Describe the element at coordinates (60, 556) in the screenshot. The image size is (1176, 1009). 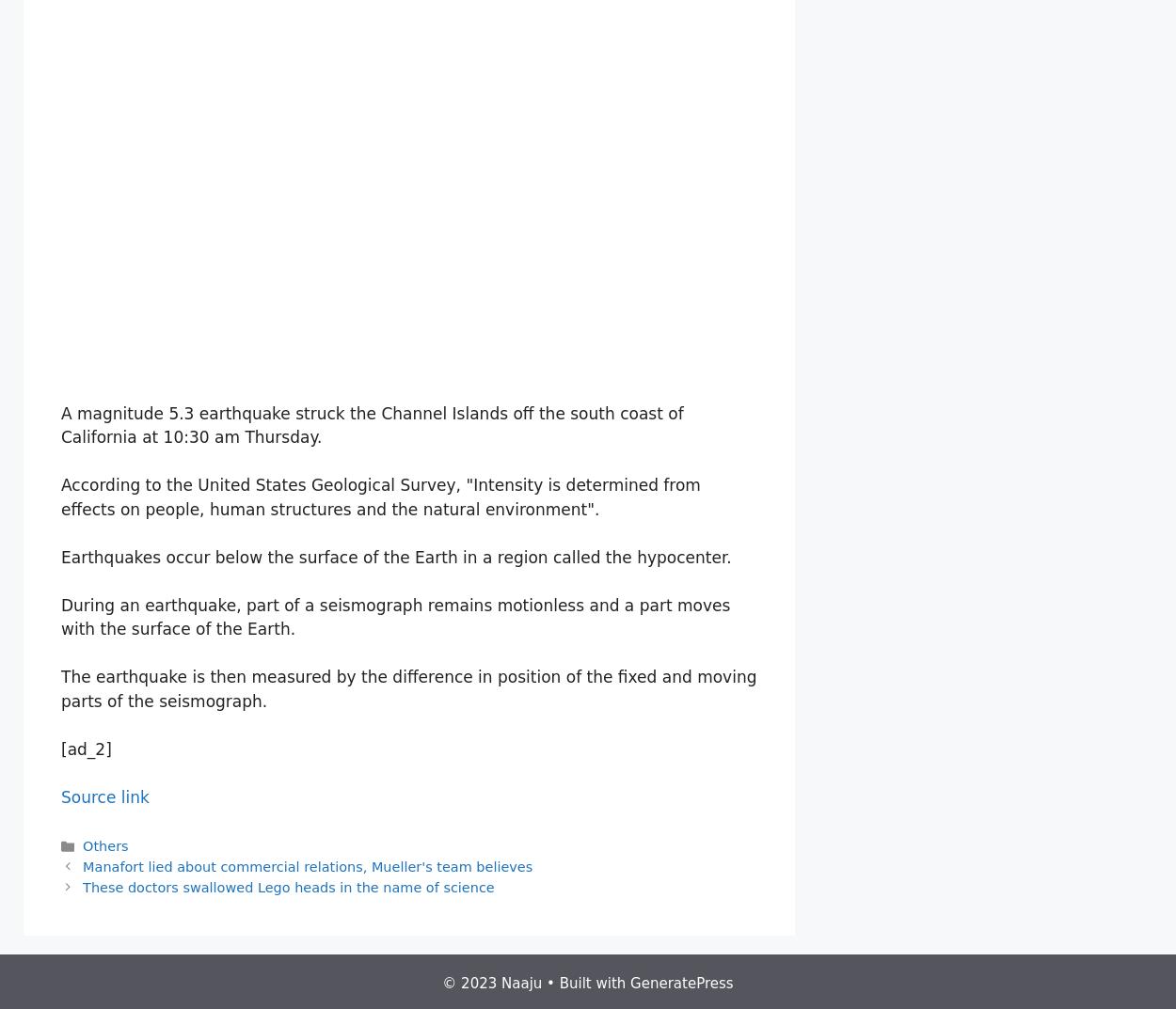
I see `'Earthquakes occur below the surface of the Earth in a region called the hypocenter.'` at that location.